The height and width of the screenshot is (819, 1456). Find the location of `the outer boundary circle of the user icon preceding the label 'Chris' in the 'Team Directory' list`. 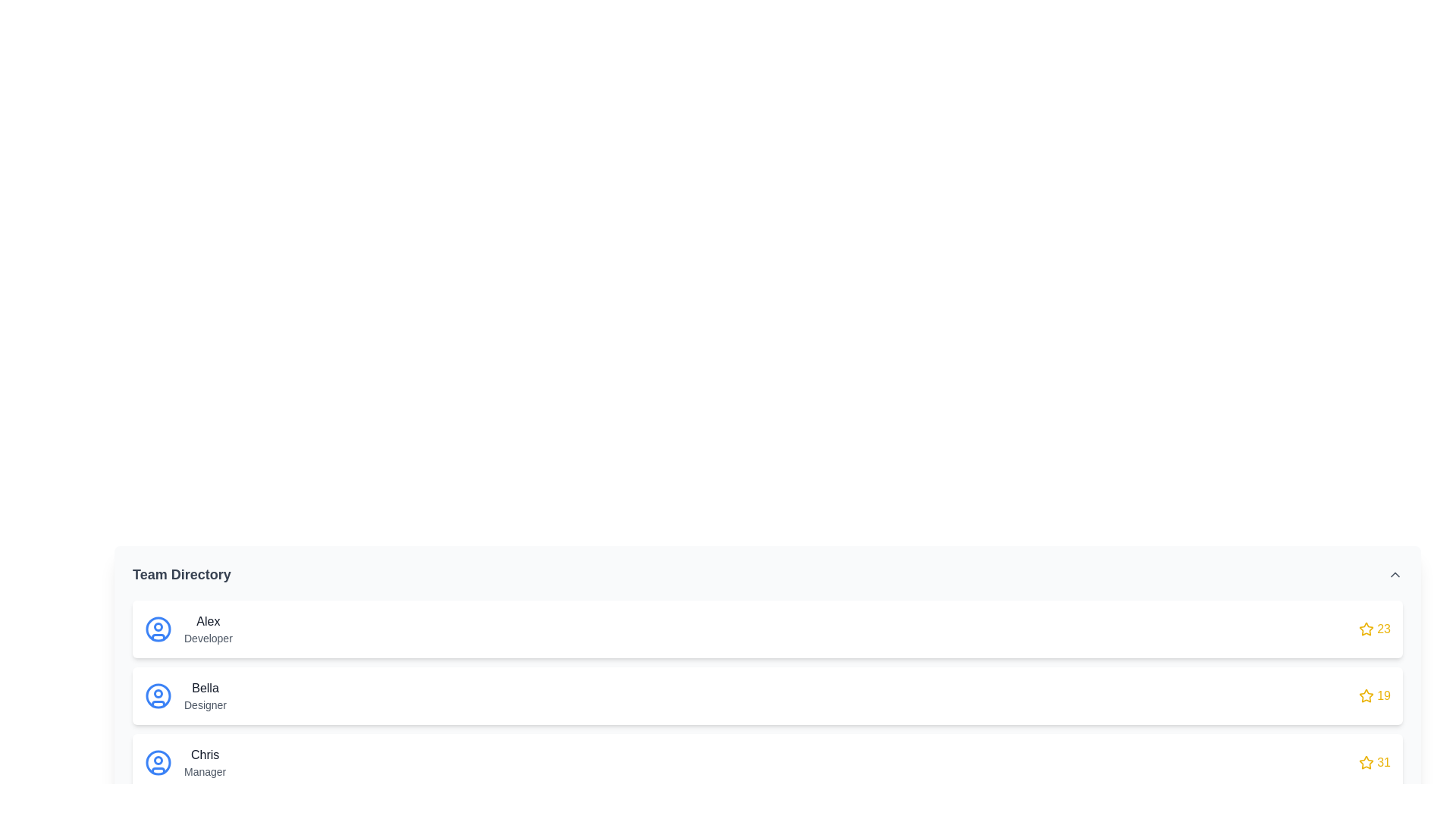

the outer boundary circle of the user icon preceding the label 'Chris' in the 'Team Directory' list is located at coordinates (158, 763).